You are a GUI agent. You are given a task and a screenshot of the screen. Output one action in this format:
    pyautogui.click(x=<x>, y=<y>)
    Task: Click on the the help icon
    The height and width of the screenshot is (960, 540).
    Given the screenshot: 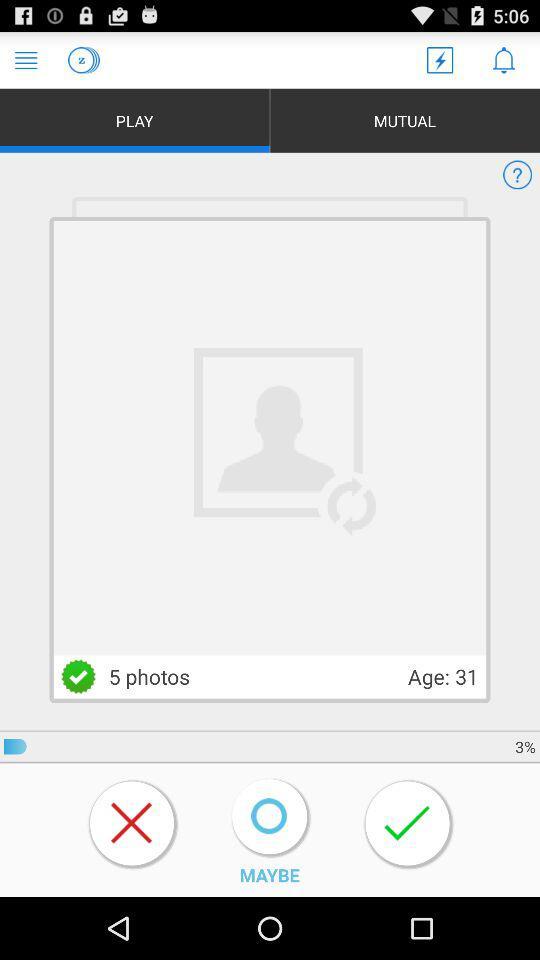 What is the action you would take?
    pyautogui.click(x=517, y=187)
    